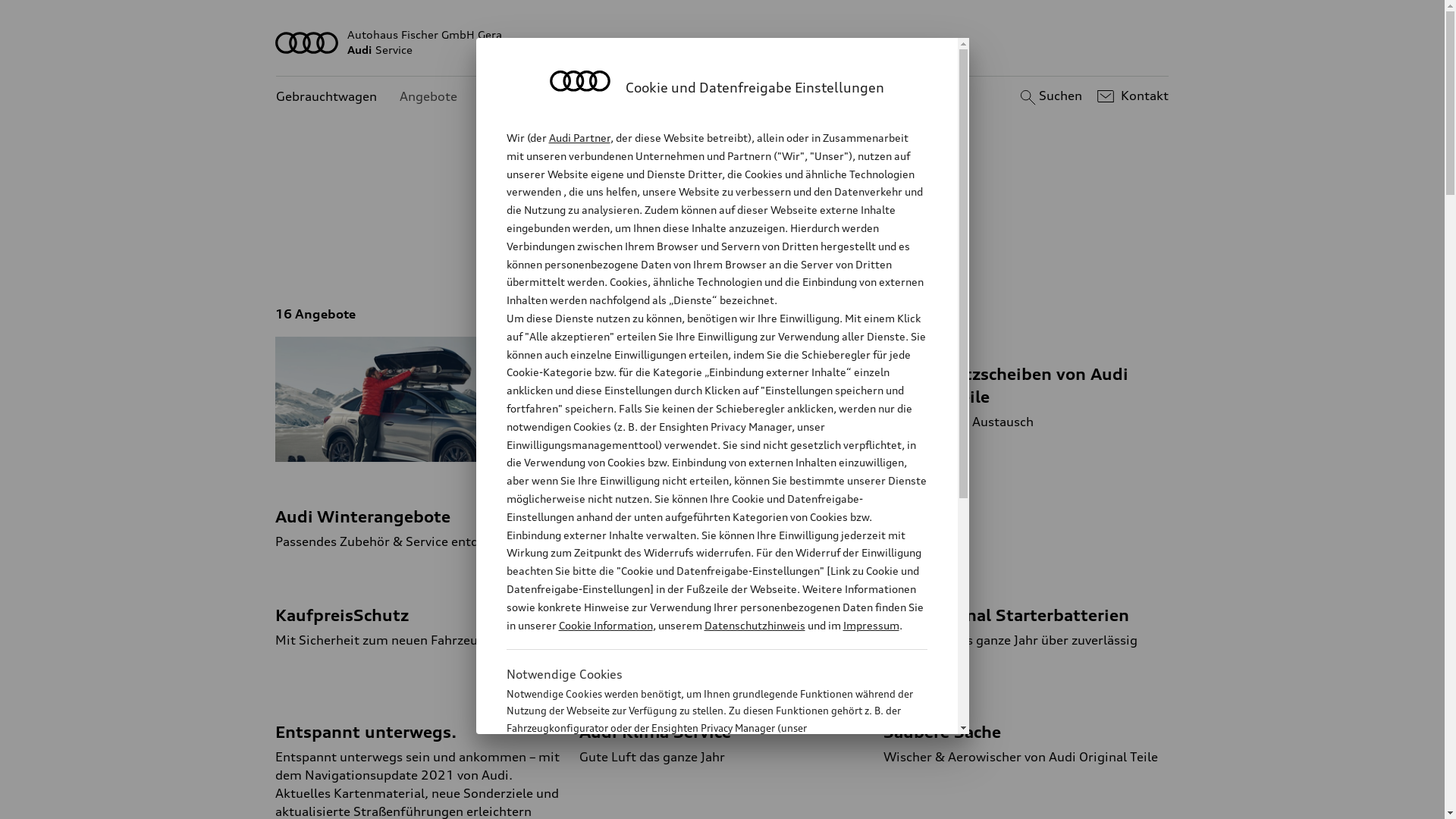  Describe the element at coordinates (523, 96) in the screenshot. I see `'Kundenservice'` at that location.